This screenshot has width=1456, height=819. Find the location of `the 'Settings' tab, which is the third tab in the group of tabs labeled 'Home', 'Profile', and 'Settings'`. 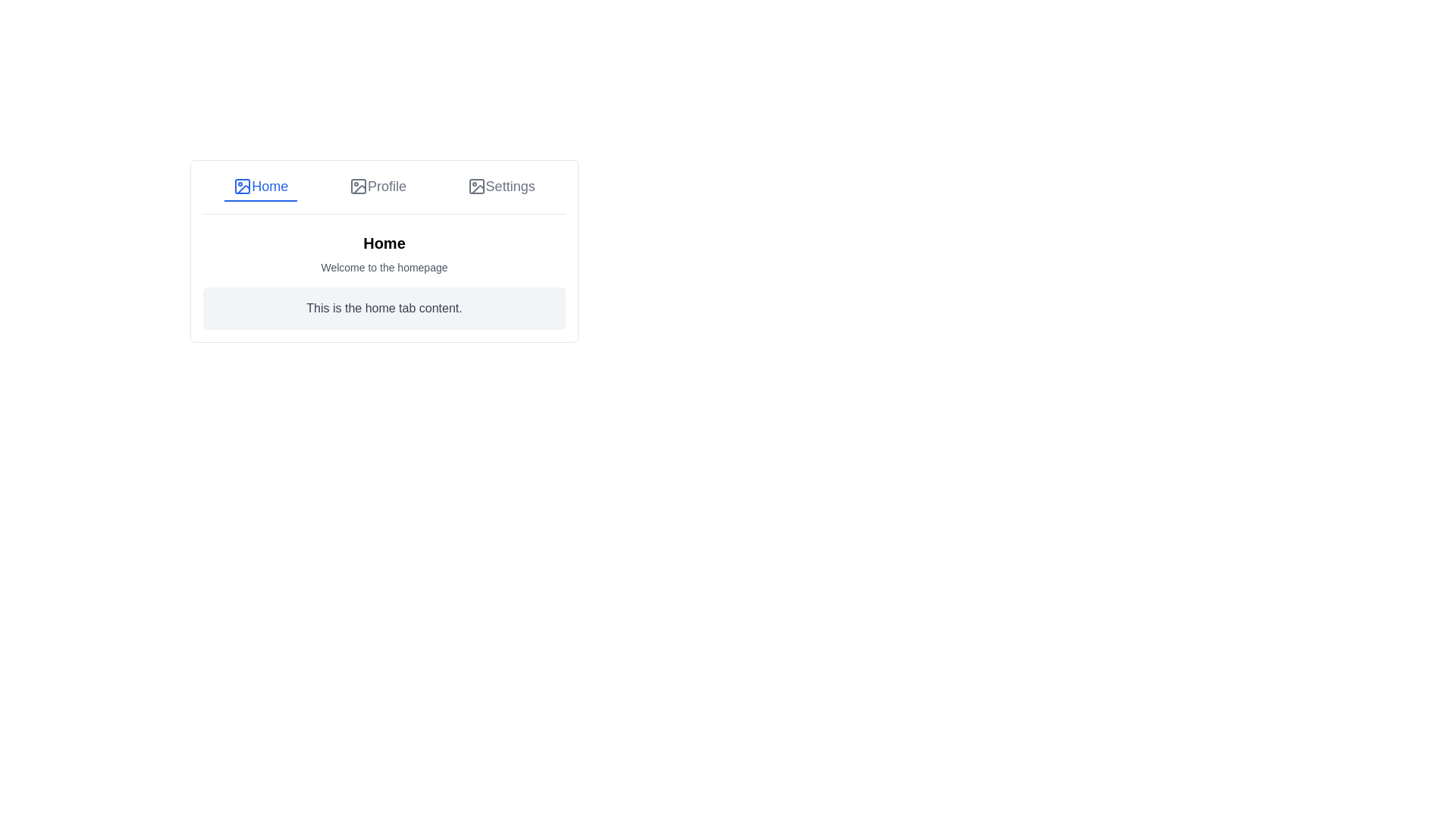

the 'Settings' tab, which is the third tab in the group of tabs labeled 'Home', 'Profile', and 'Settings' is located at coordinates (501, 186).